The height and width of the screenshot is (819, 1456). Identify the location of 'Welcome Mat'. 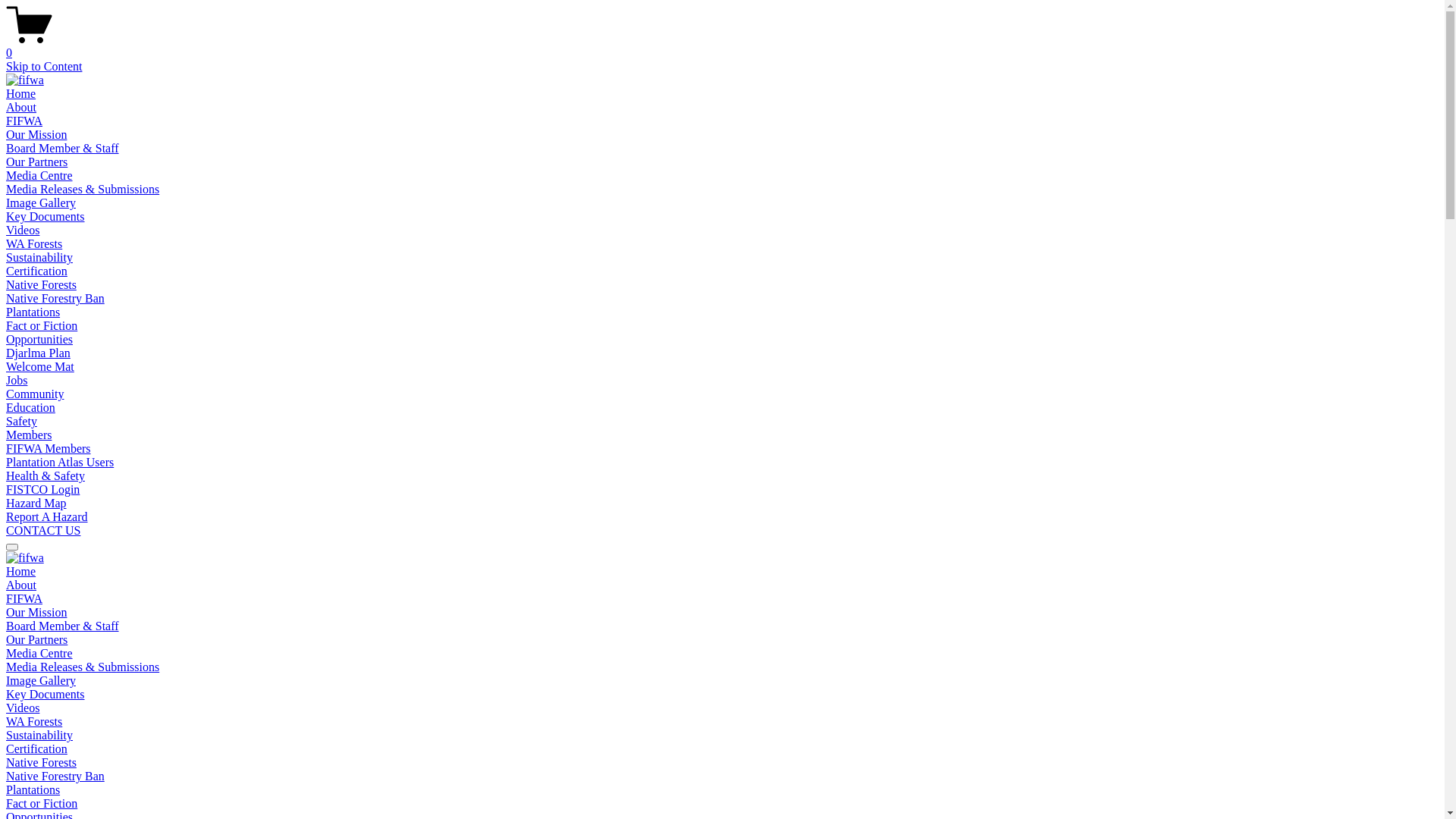
(6, 366).